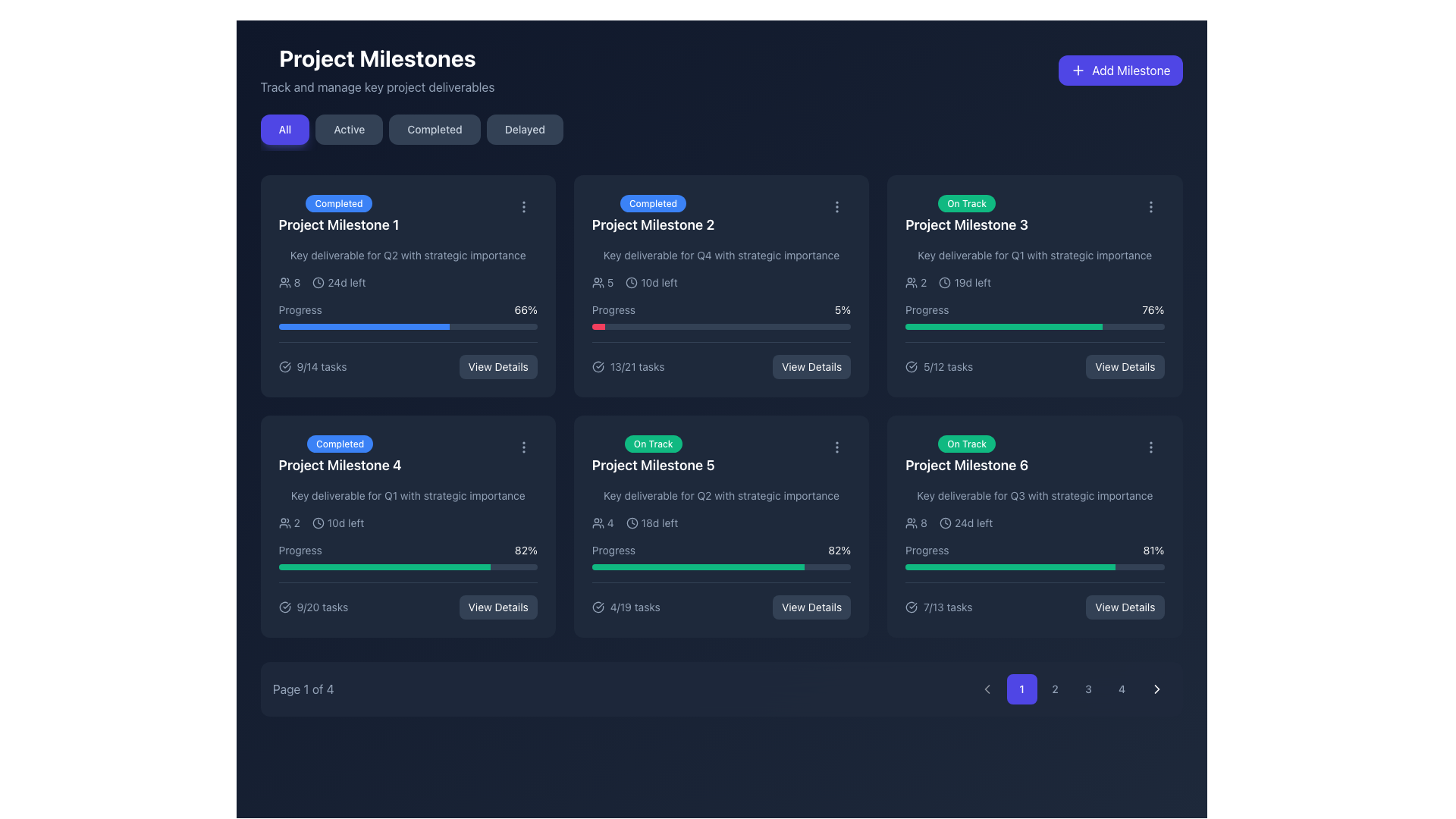  I want to click on the static text label reading 'Progress' that is styled in light gray, positioned above a progress bar in the milestone card for 'Project Milestone 1', so click(300, 309).